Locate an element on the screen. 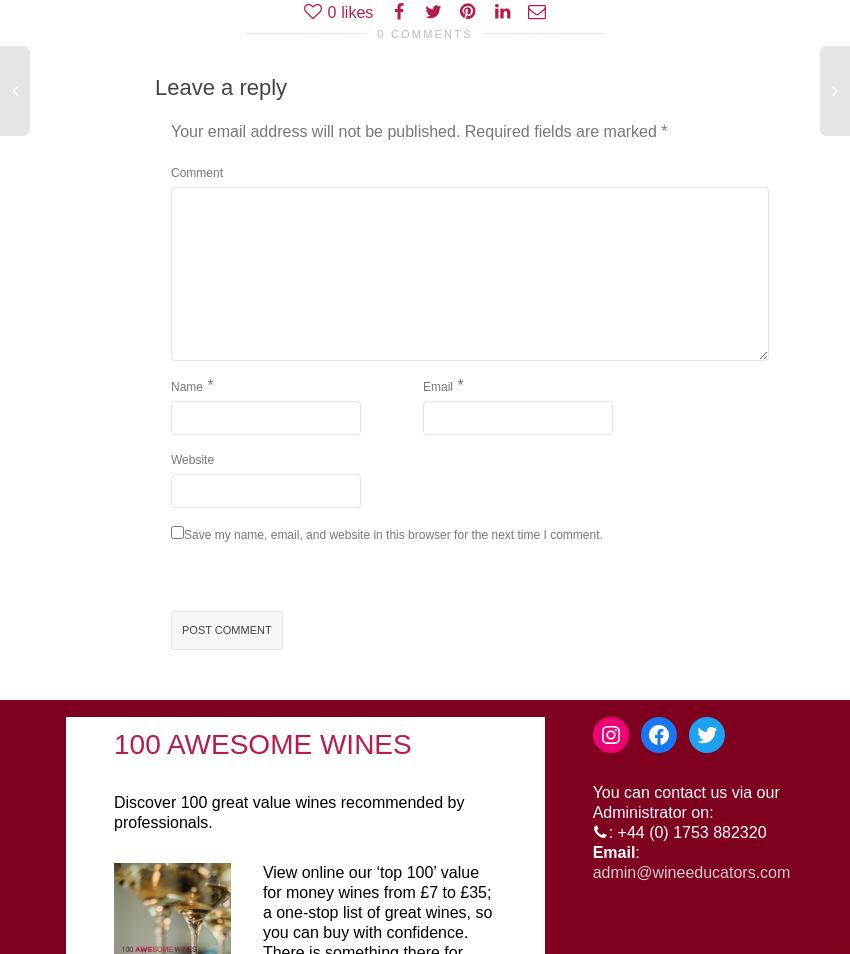 Image resolution: width=850 pixels, height=954 pixels. 'Required fields are marked' is located at coordinates (463, 130).